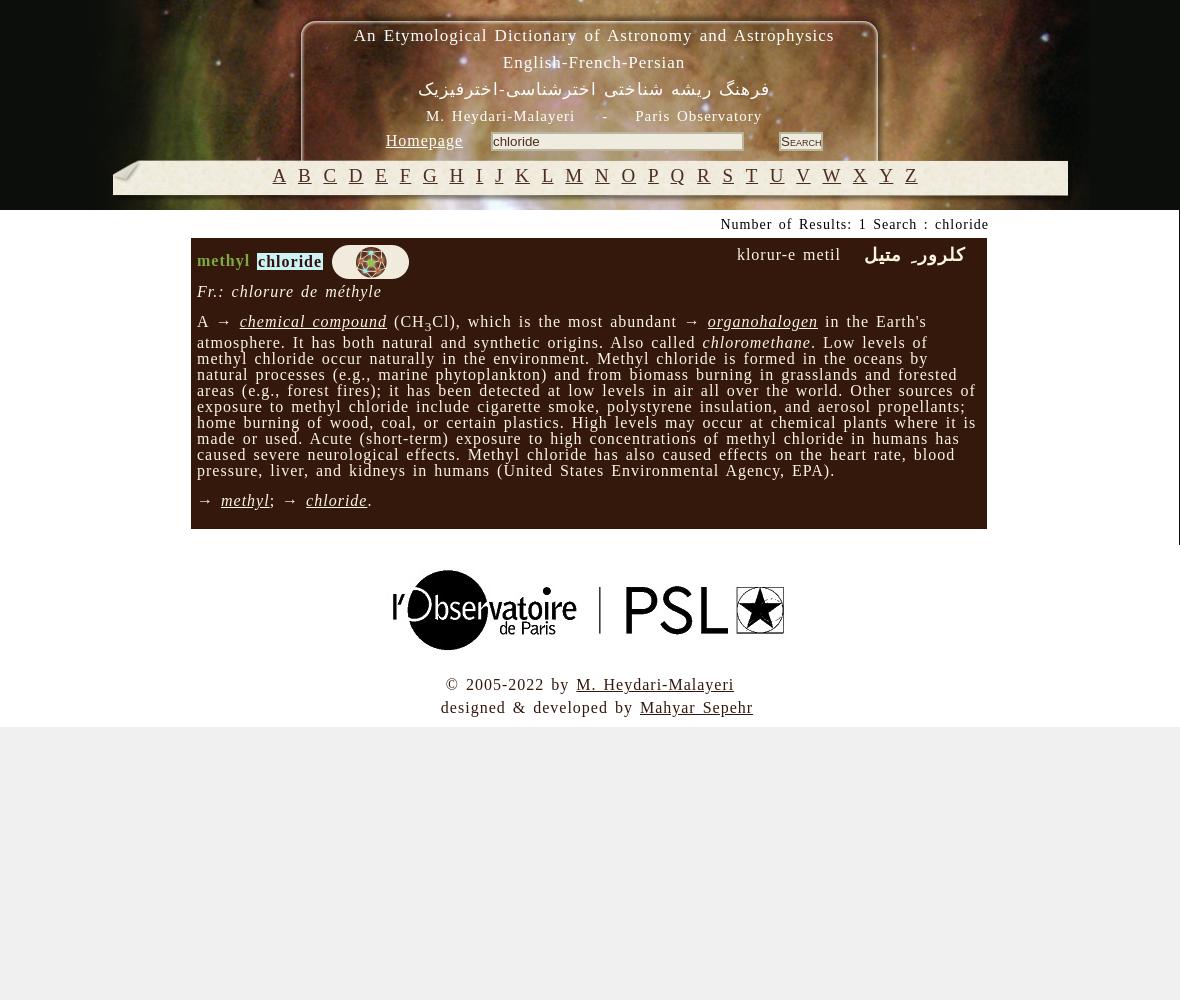  I want to click on 'Fr.: chlorure de méthyle', so click(288, 291).